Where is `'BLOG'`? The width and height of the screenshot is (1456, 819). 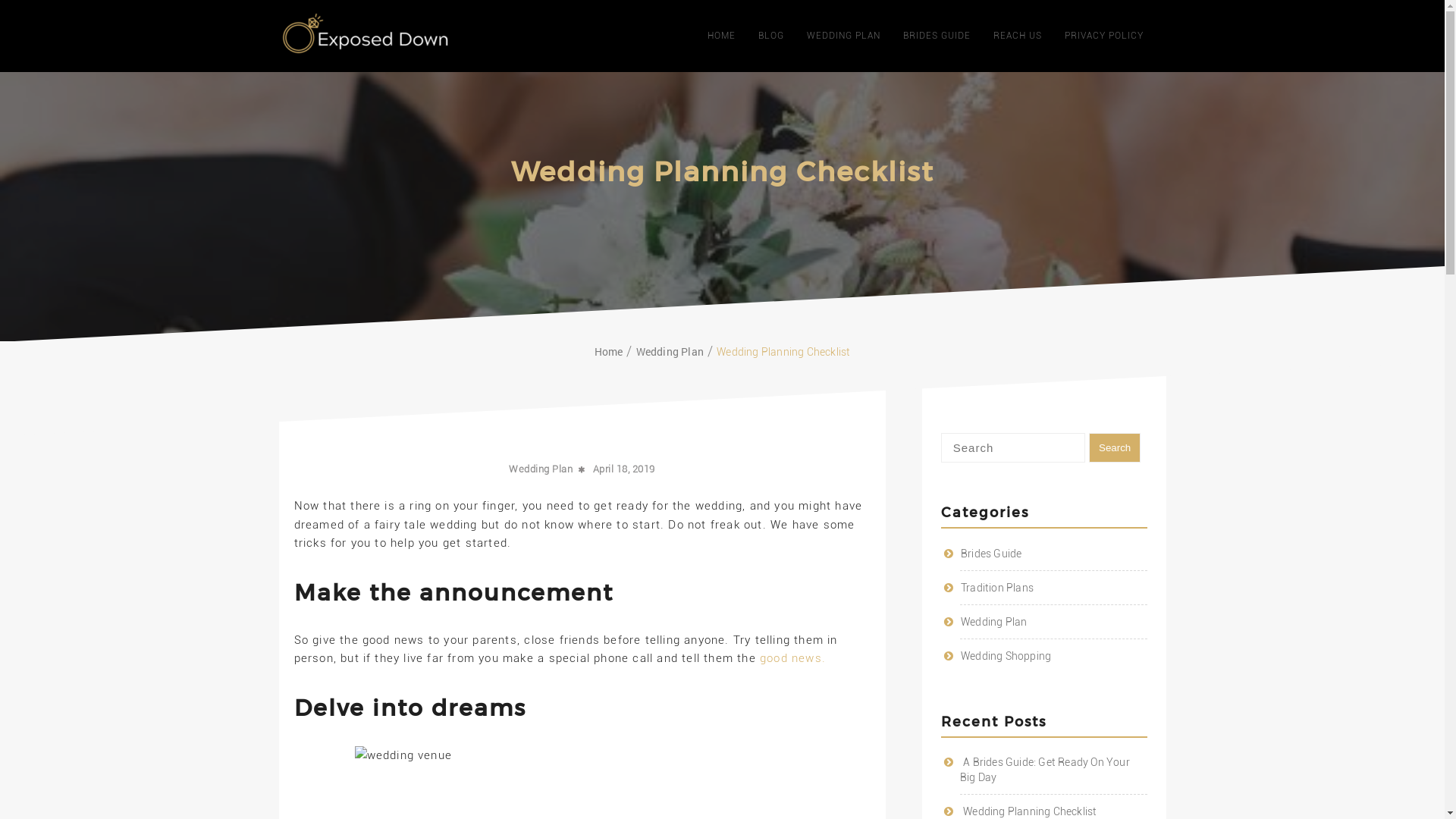
'BLOG' is located at coordinates (771, 34).